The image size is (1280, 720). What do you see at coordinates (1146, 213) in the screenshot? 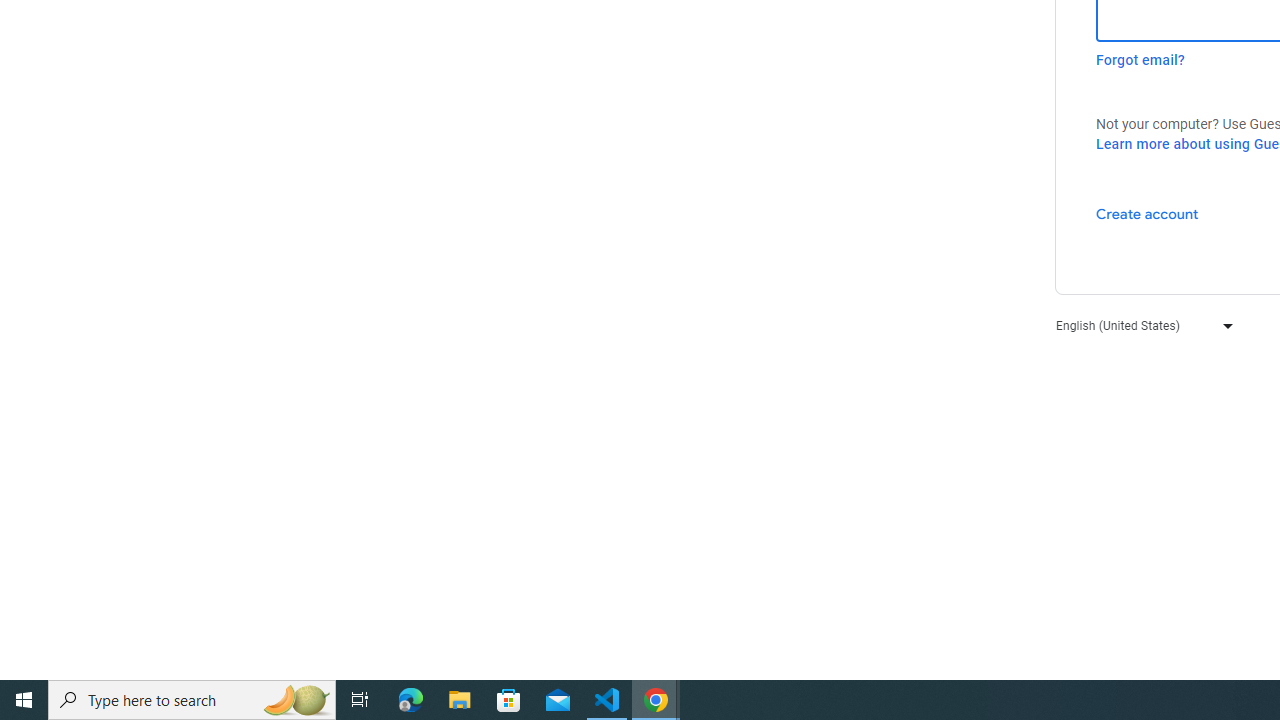
I see `'Create account'` at bounding box center [1146, 213].